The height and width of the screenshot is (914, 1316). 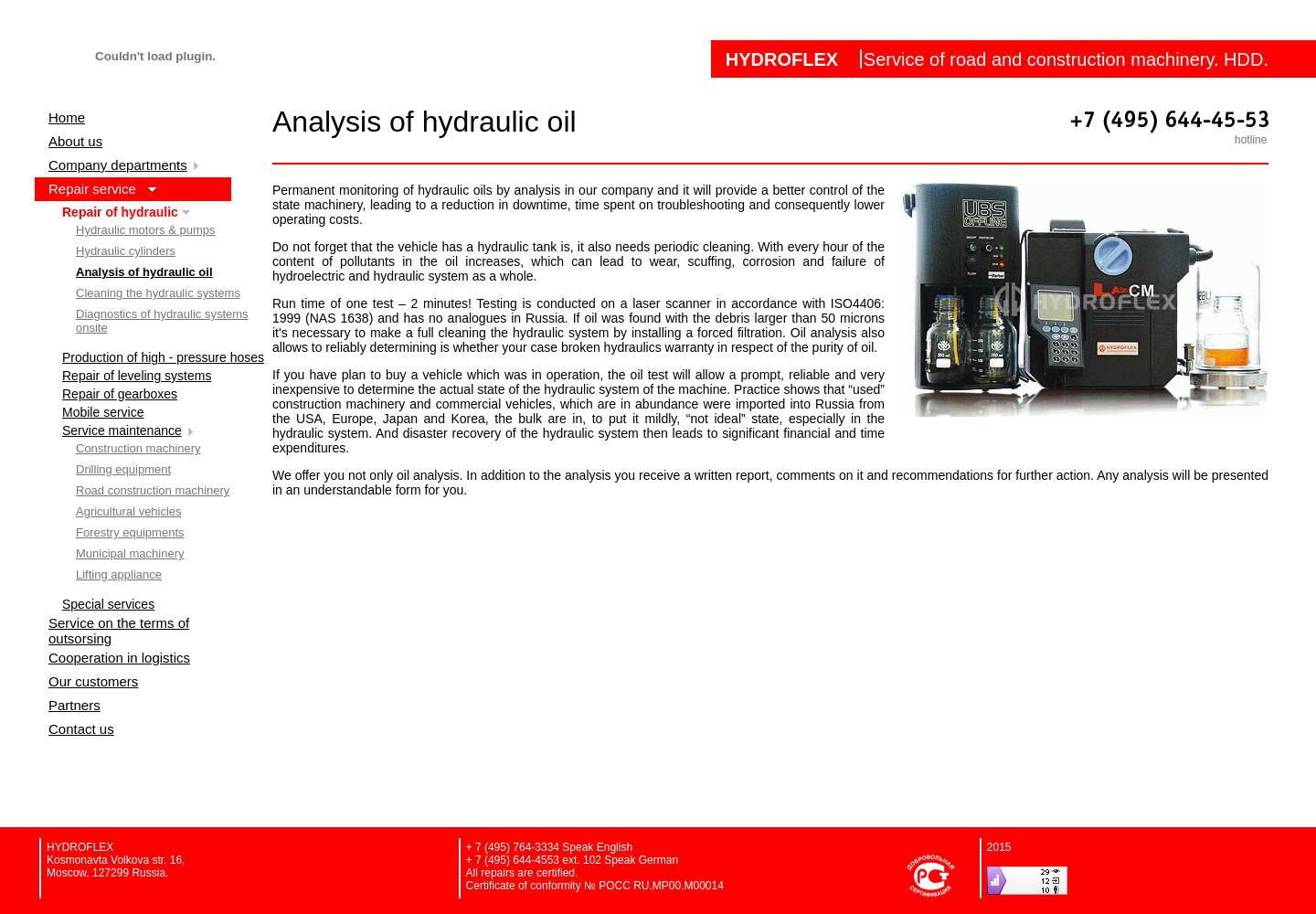 What do you see at coordinates (47, 117) in the screenshot?
I see `'Home'` at bounding box center [47, 117].